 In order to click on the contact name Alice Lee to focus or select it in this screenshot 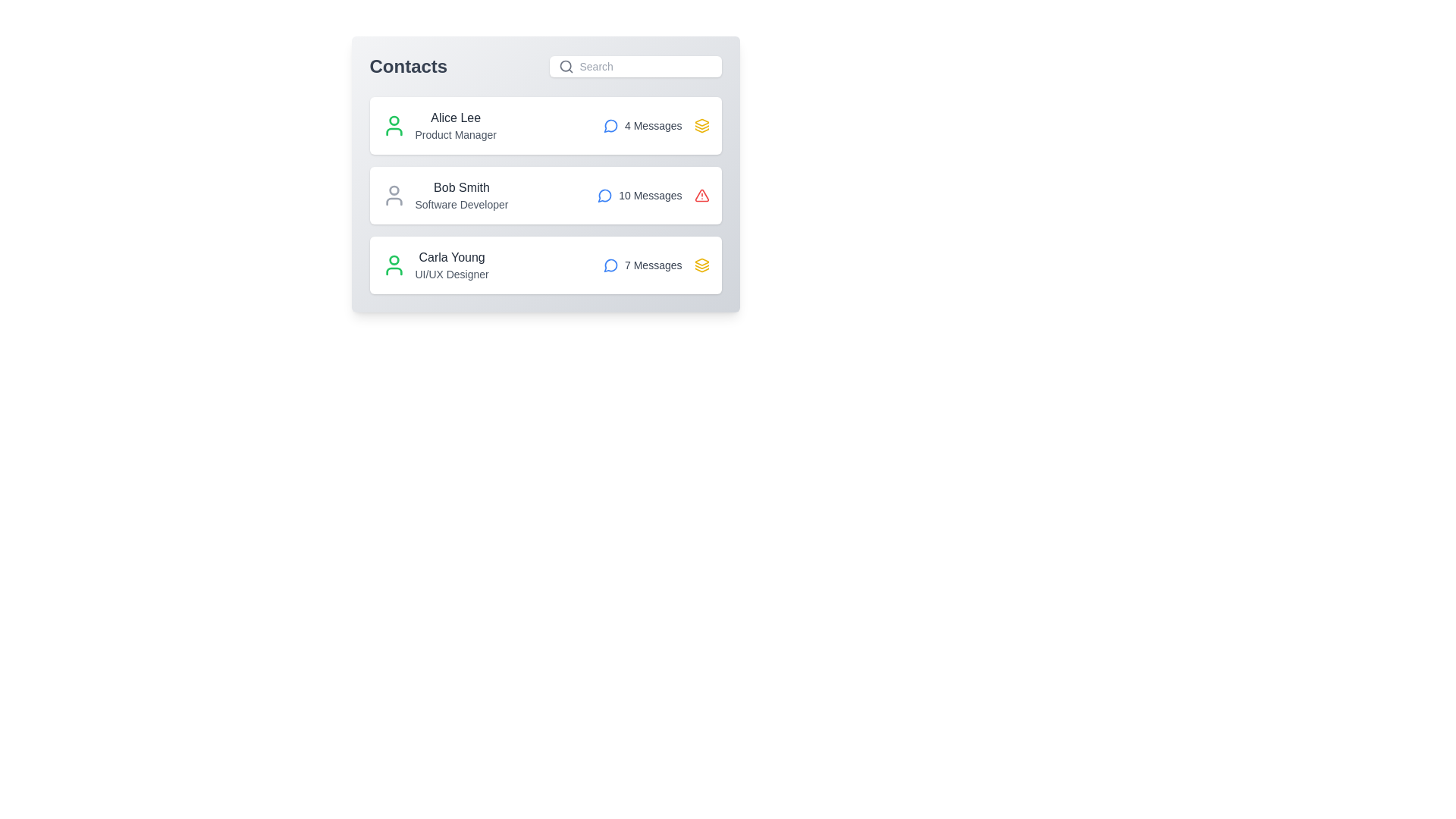, I will do `click(454, 117)`.